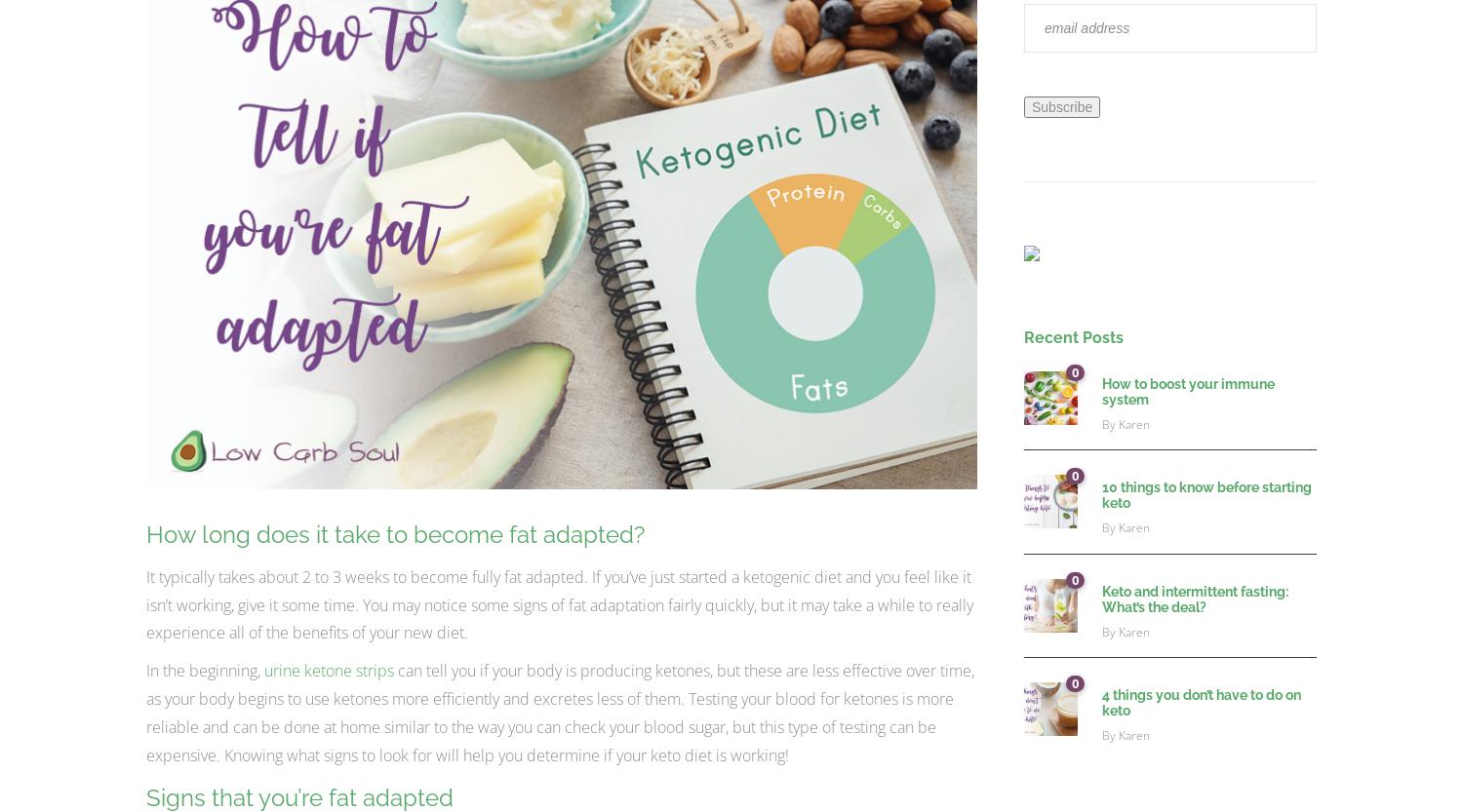  What do you see at coordinates (93, 714) in the screenshot?
I see `'About'` at bounding box center [93, 714].